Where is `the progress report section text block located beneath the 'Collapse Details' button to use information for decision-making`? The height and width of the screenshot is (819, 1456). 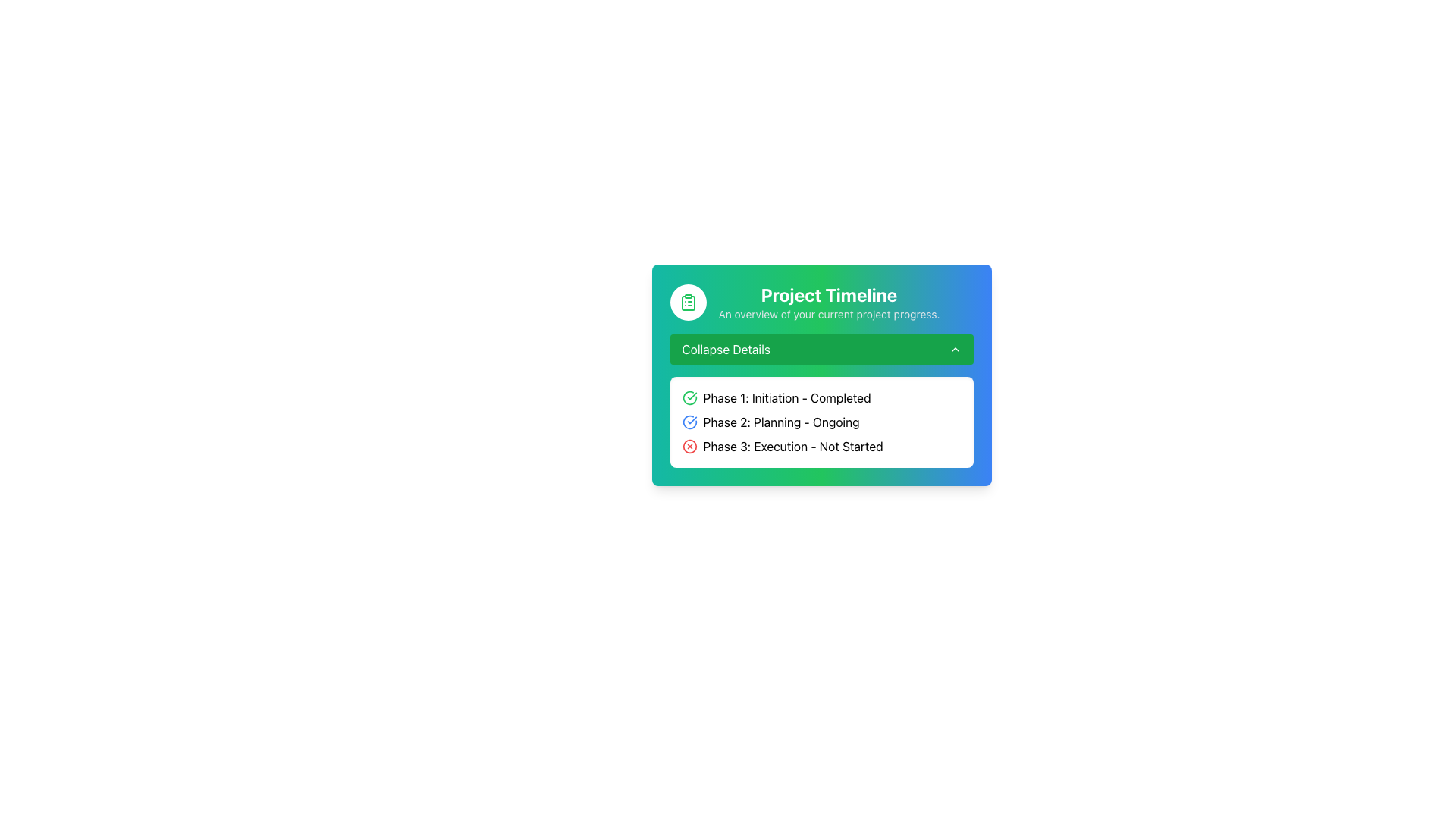 the progress report section text block located beneath the 'Collapse Details' button to use information for decision-making is located at coordinates (821, 422).